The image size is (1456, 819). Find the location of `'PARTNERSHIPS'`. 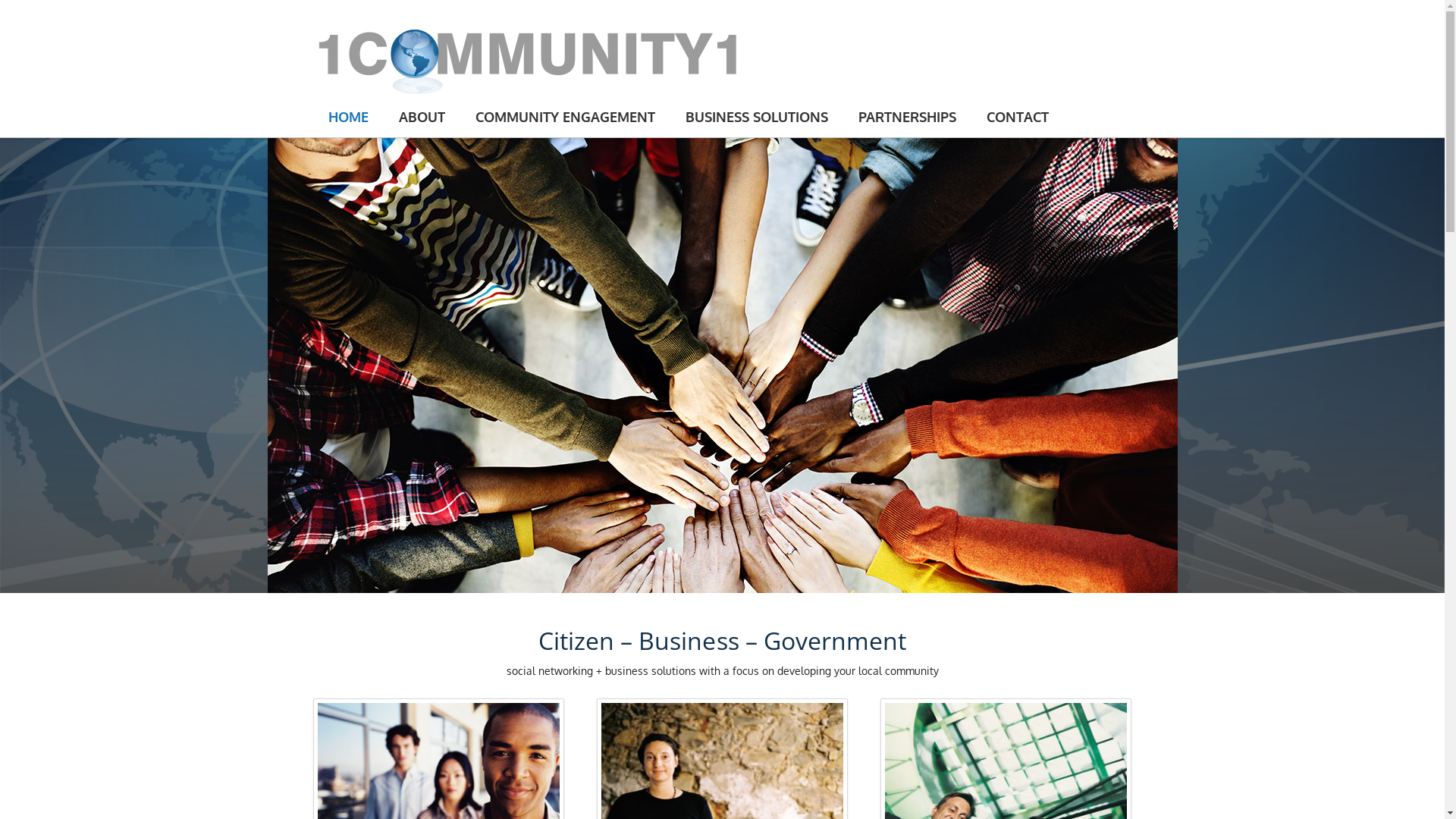

'PARTNERSHIPS' is located at coordinates (843, 116).